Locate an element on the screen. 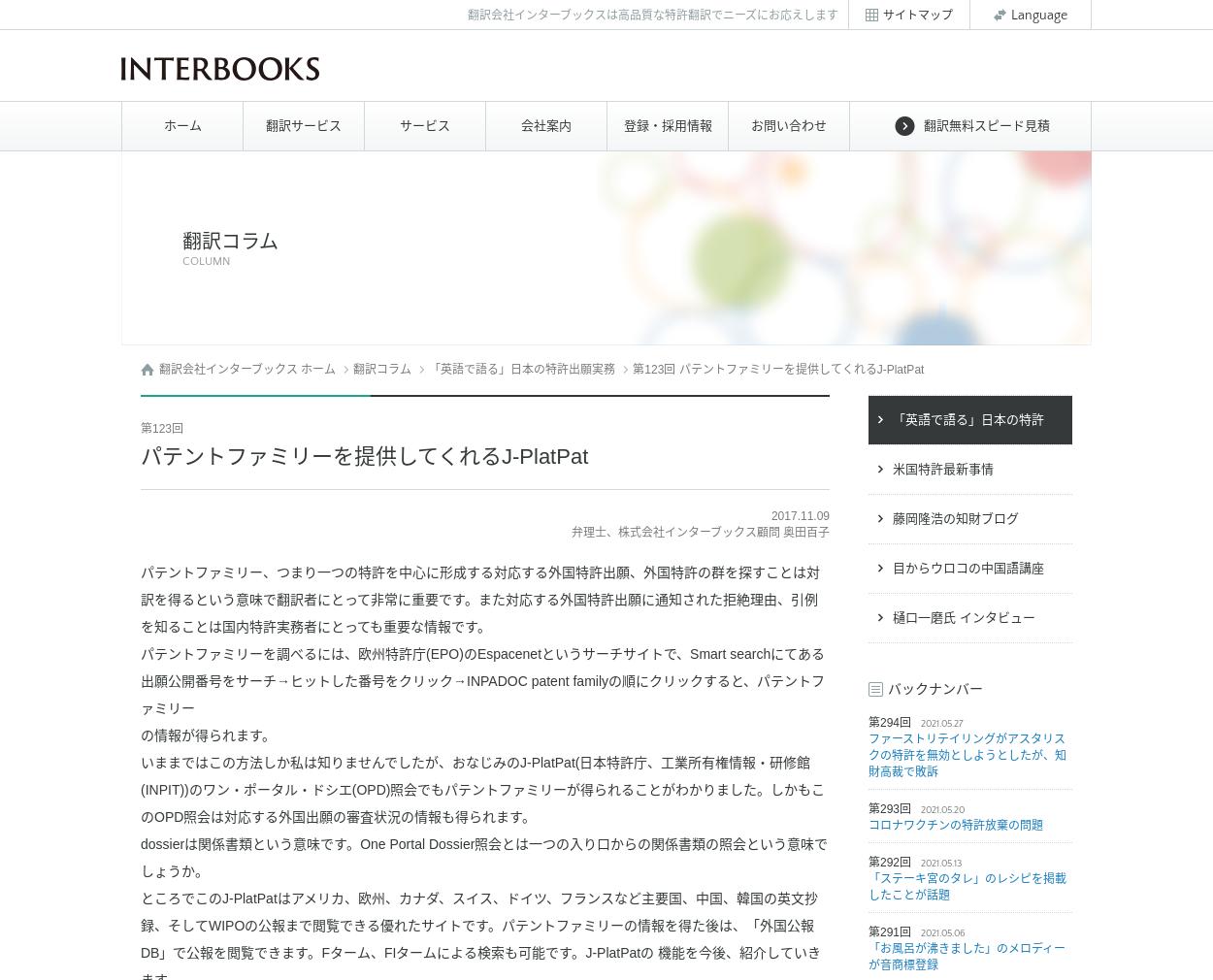 The height and width of the screenshot is (980, 1213). '第293回' is located at coordinates (890, 808).